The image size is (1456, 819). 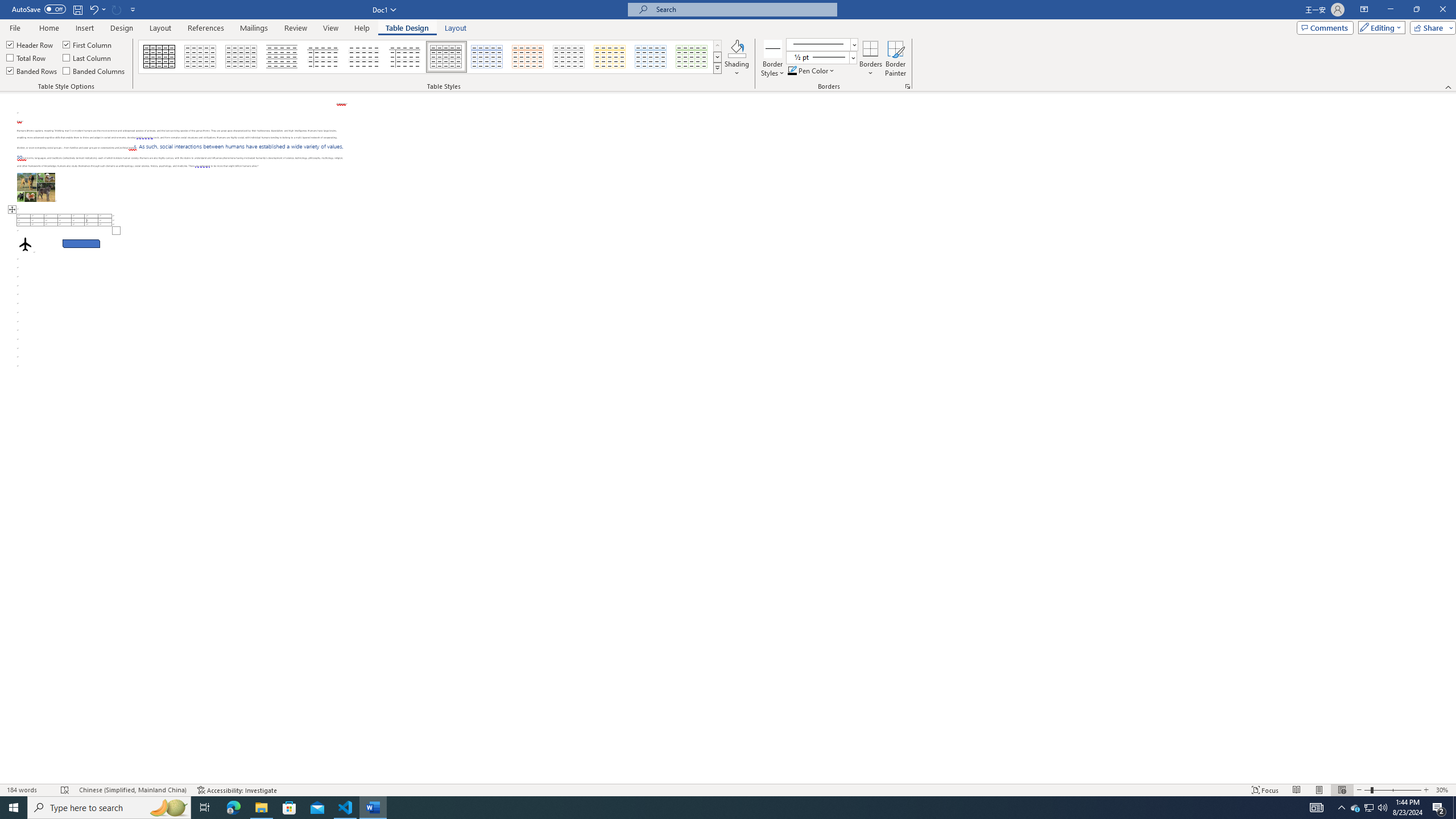 What do you see at coordinates (1379, 27) in the screenshot?
I see `'Editing'` at bounding box center [1379, 27].